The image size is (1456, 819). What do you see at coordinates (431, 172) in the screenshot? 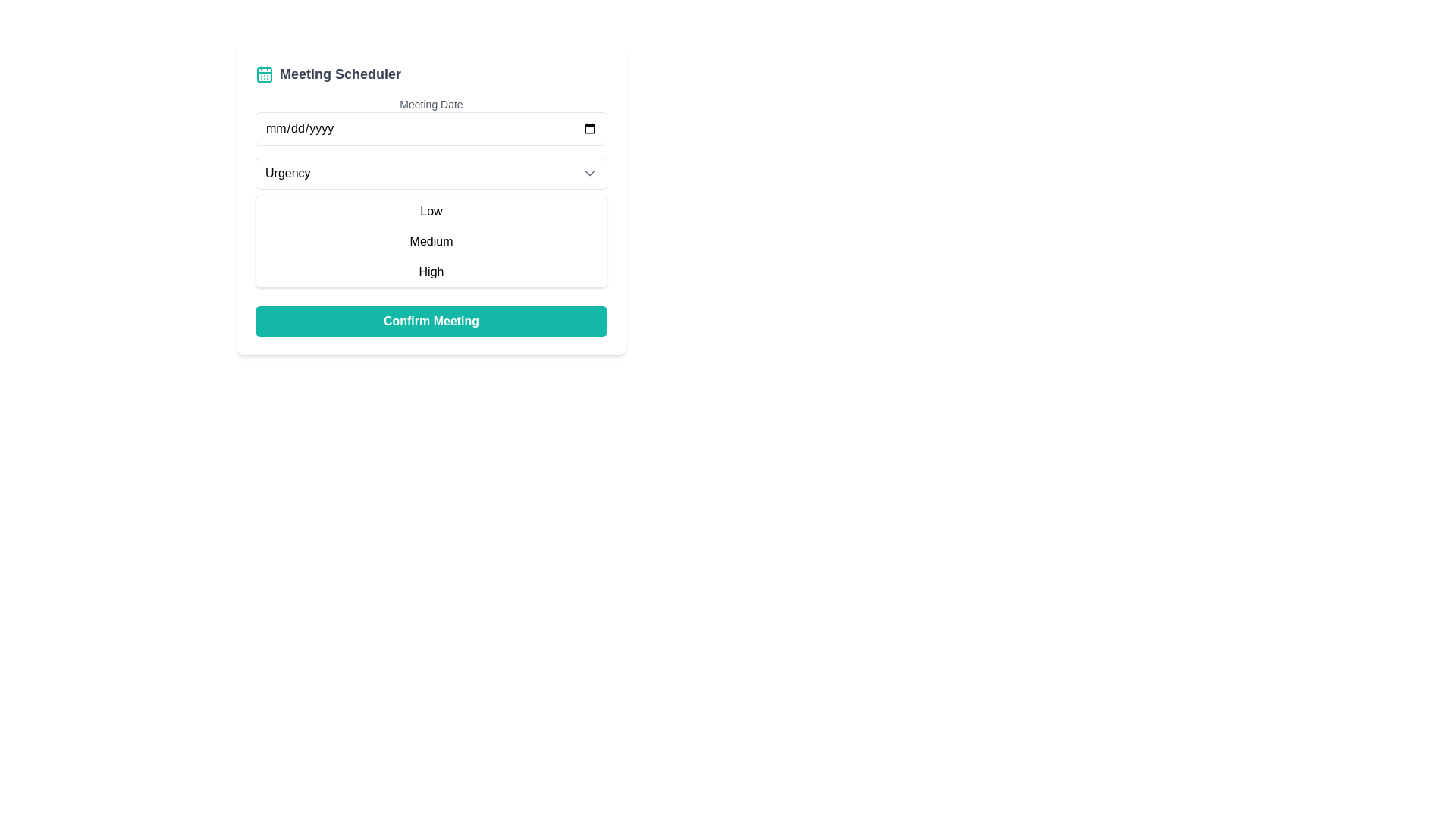
I see `the Dropdown Button located in the central upper part of the form` at bounding box center [431, 172].